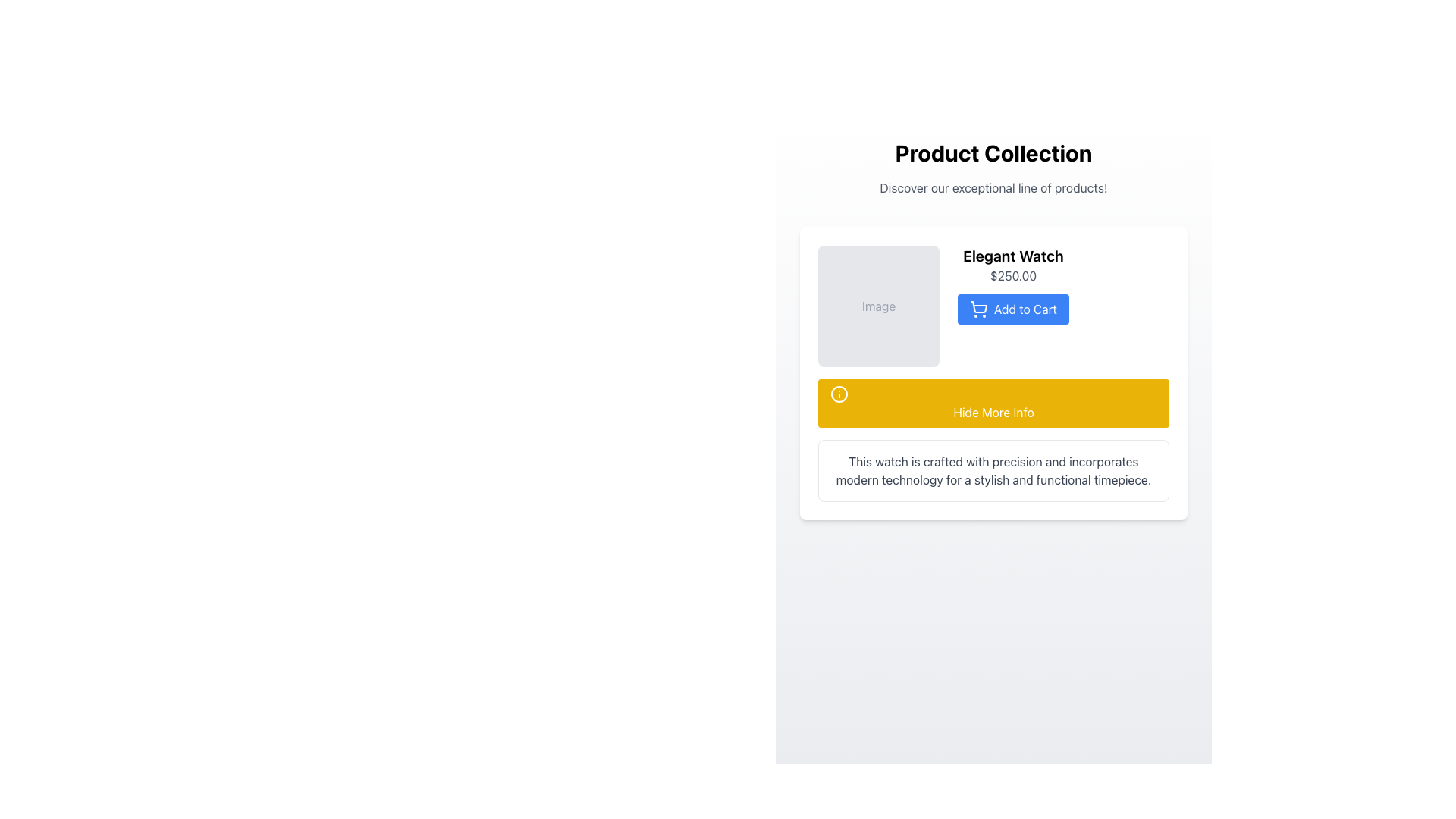  Describe the element at coordinates (1013, 309) in the screenshot. I see `the blue 'Add to Cart' button with a cart icon located below the product name 'Elegant Watch' and price '$250.00'` at that location.